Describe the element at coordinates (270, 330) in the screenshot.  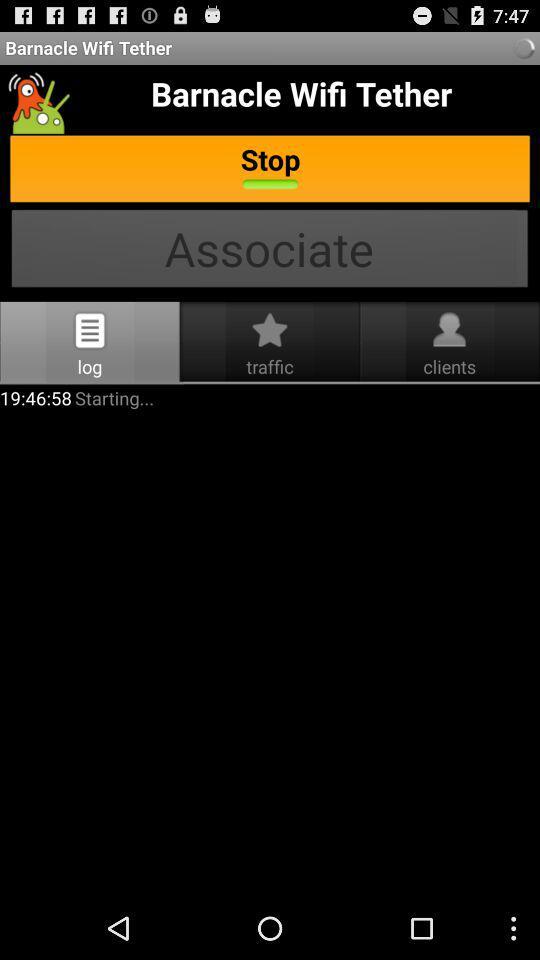
I see `the star symbol above traffic` at that location.